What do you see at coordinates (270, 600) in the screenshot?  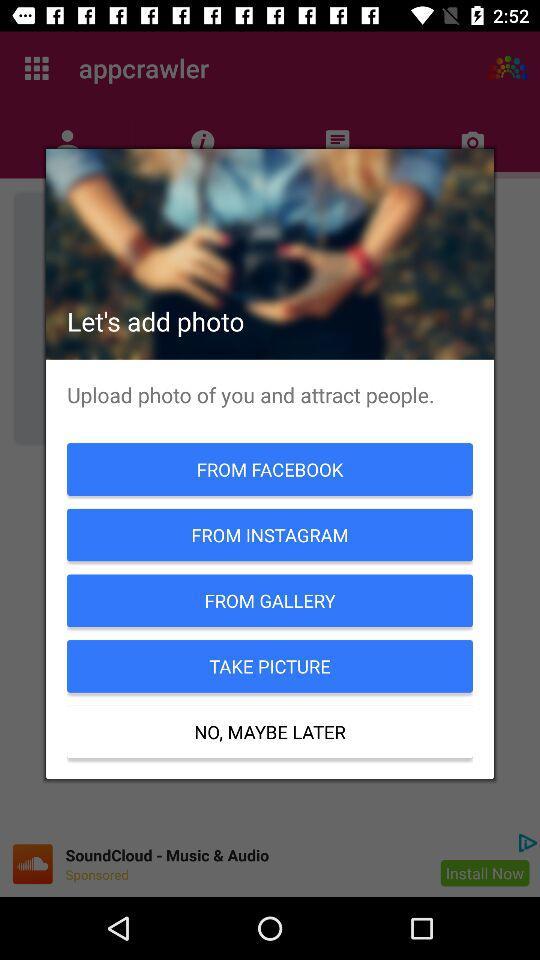 I see `icon above take picture` at bounding box center [270, 600].